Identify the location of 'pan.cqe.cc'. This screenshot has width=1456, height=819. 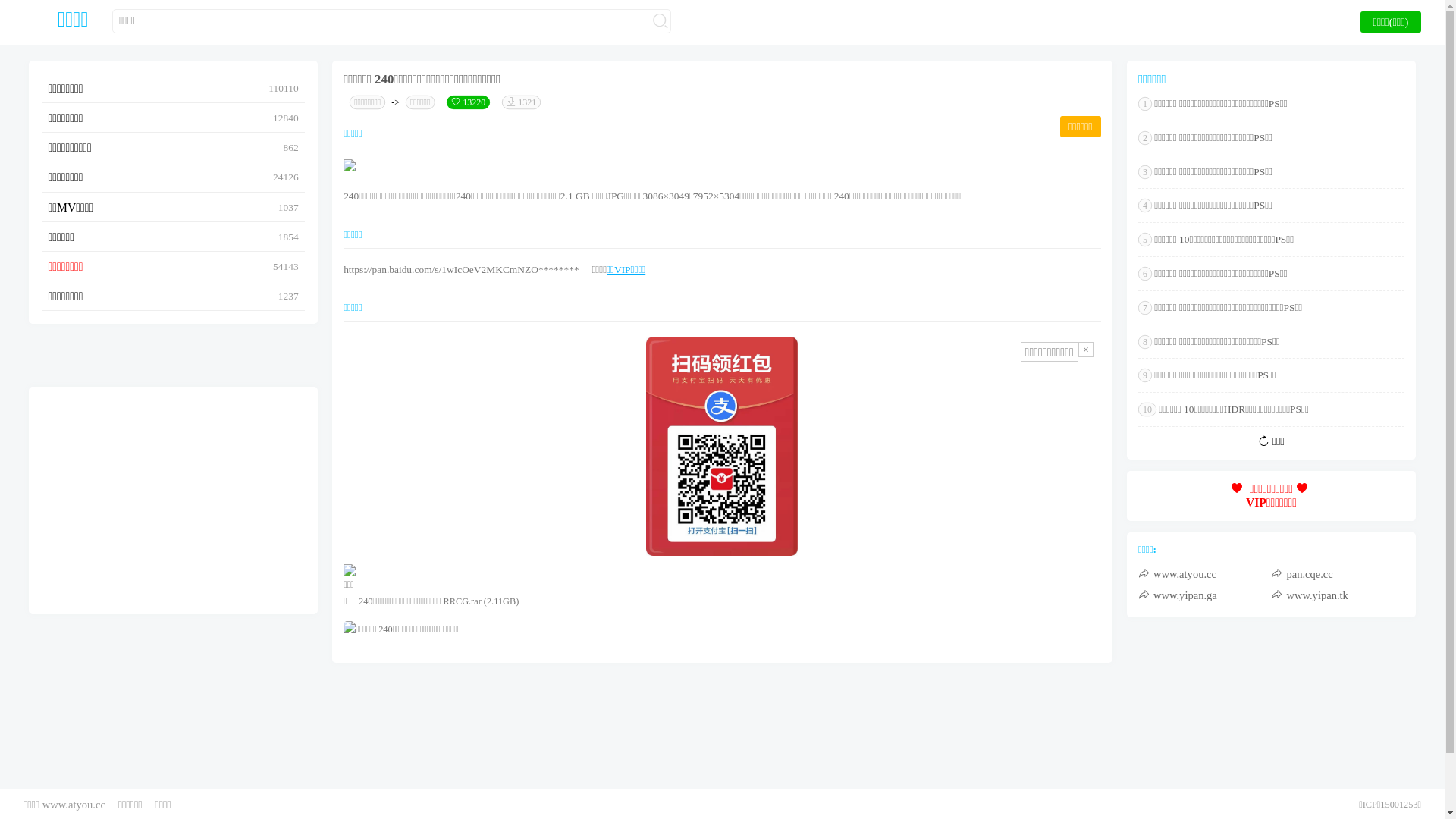
(1337, 573).